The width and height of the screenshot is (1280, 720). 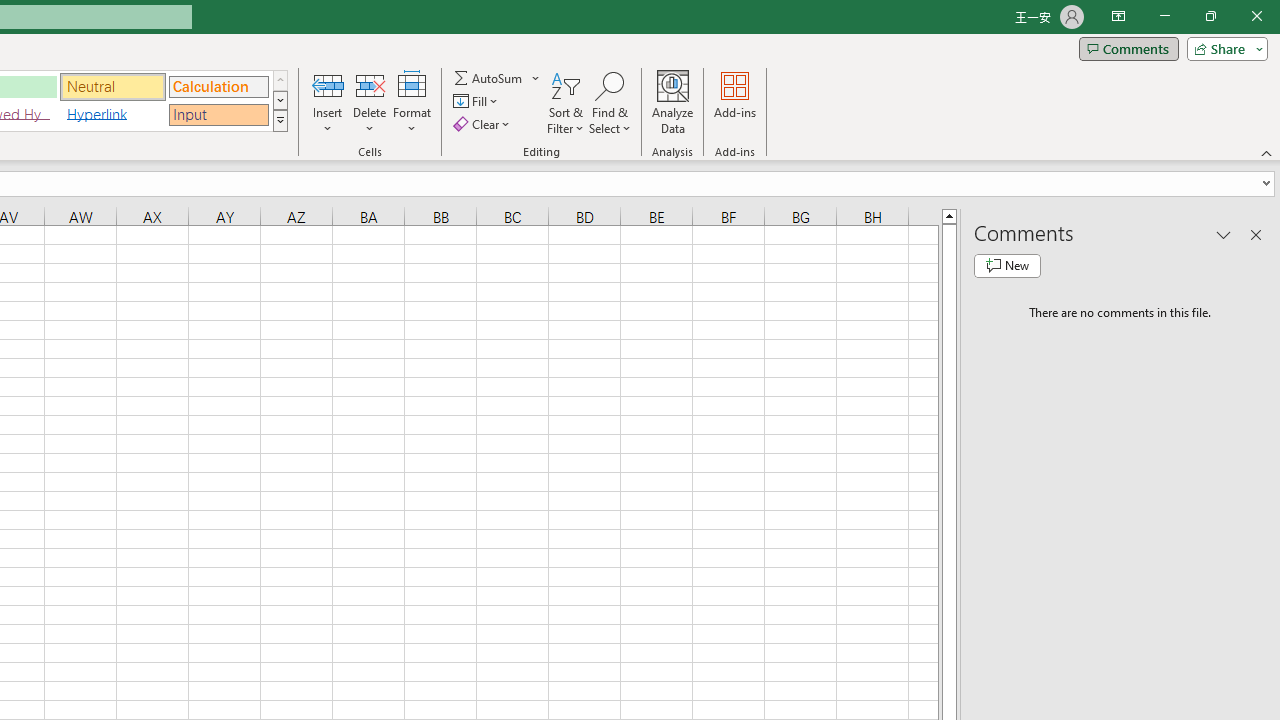 I want to click on 'Hyperlink', so click(x=112, y=114).